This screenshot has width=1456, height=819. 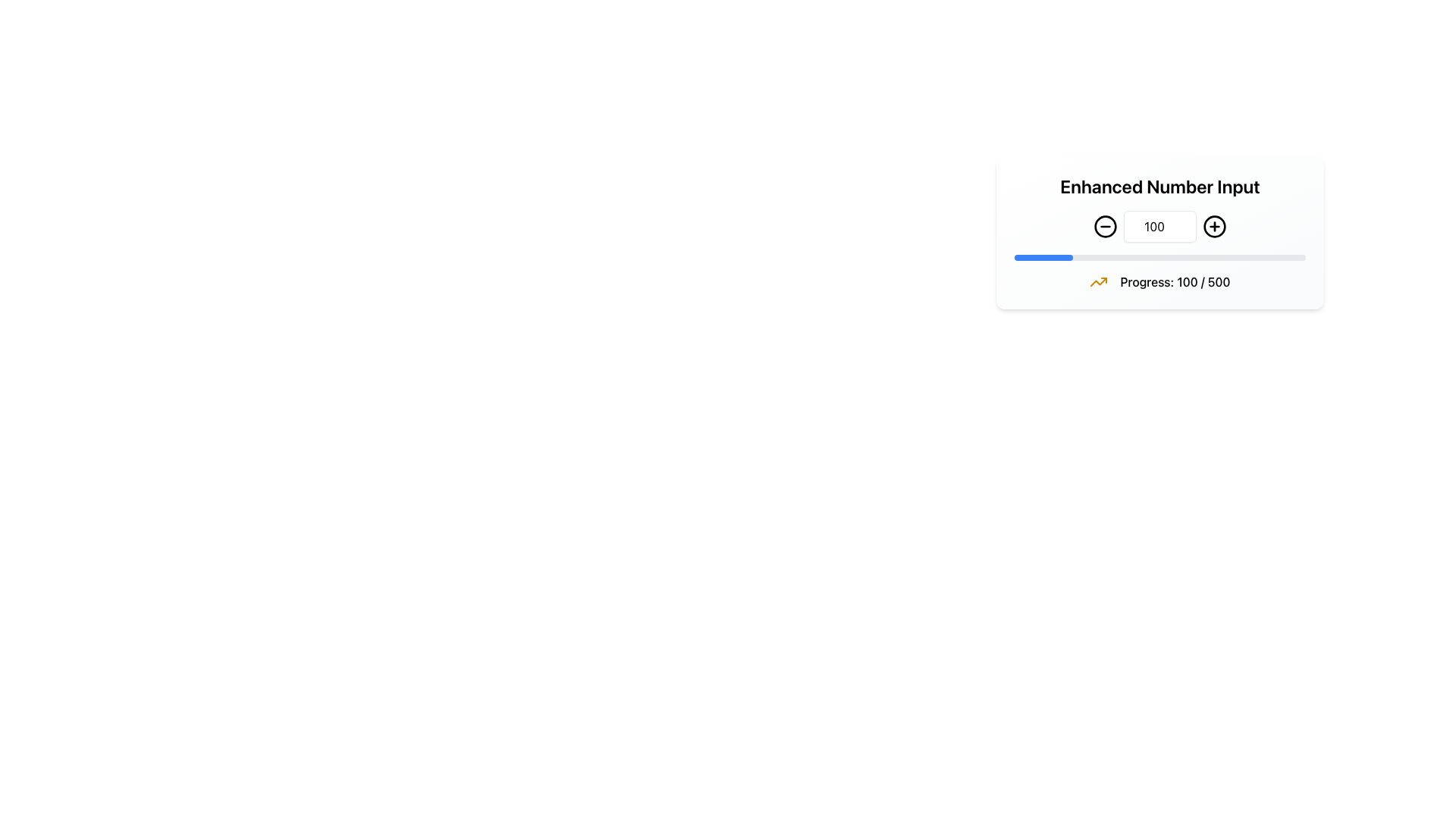 I want to click on progress information displayed in the informational text element, which shows the user's current position (100) relative to a total goal (500), located below the progress bar and to the right of the yellow upward-trending arrow icon, so click(x=1159, y=281).